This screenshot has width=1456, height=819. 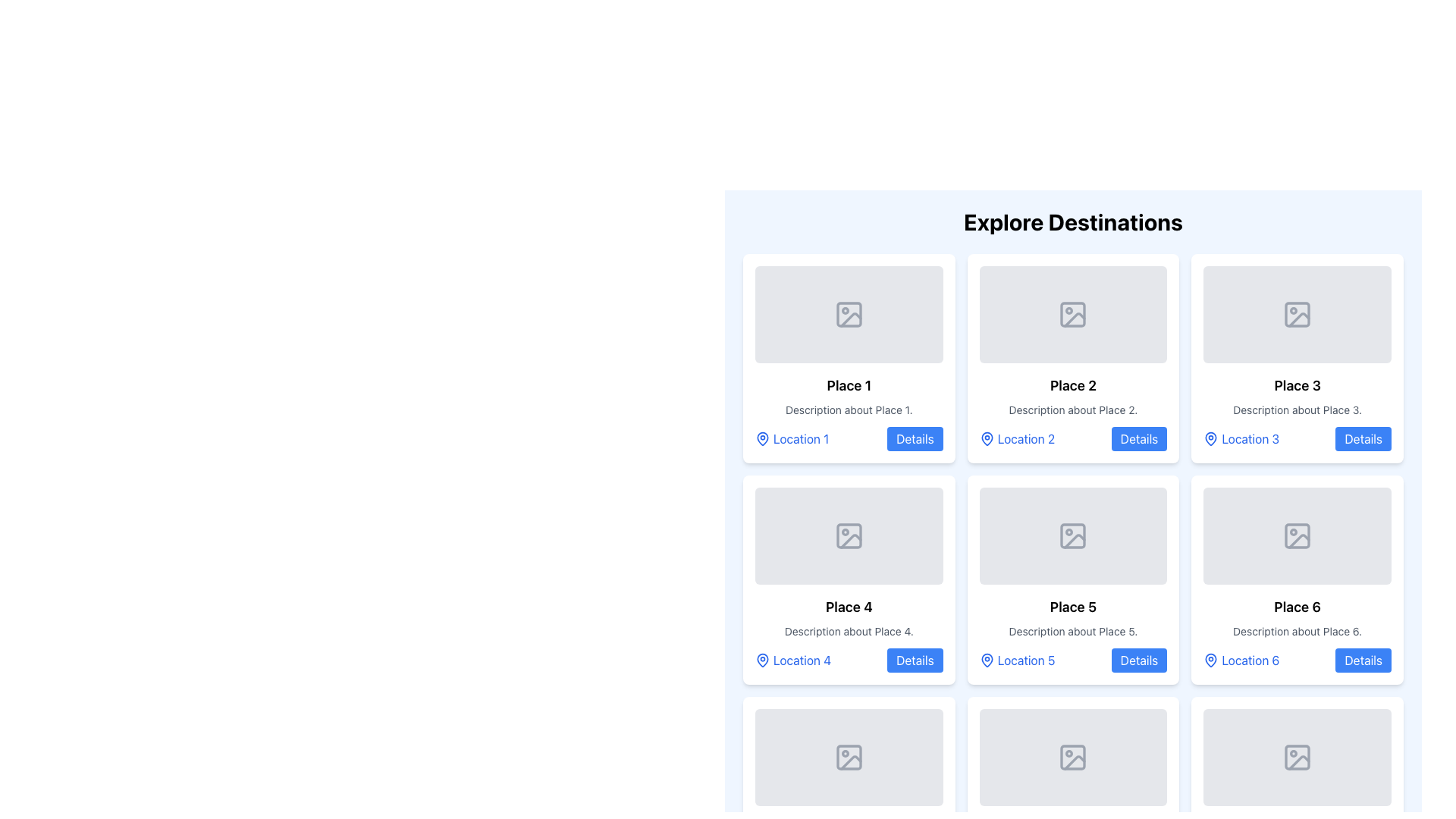 I want to click on the 'Location 5' text label located in the lower-left corner of the 'Place 5' card, which is accompanied by a 'Details' button on its right, so click(x=1017, y=660).